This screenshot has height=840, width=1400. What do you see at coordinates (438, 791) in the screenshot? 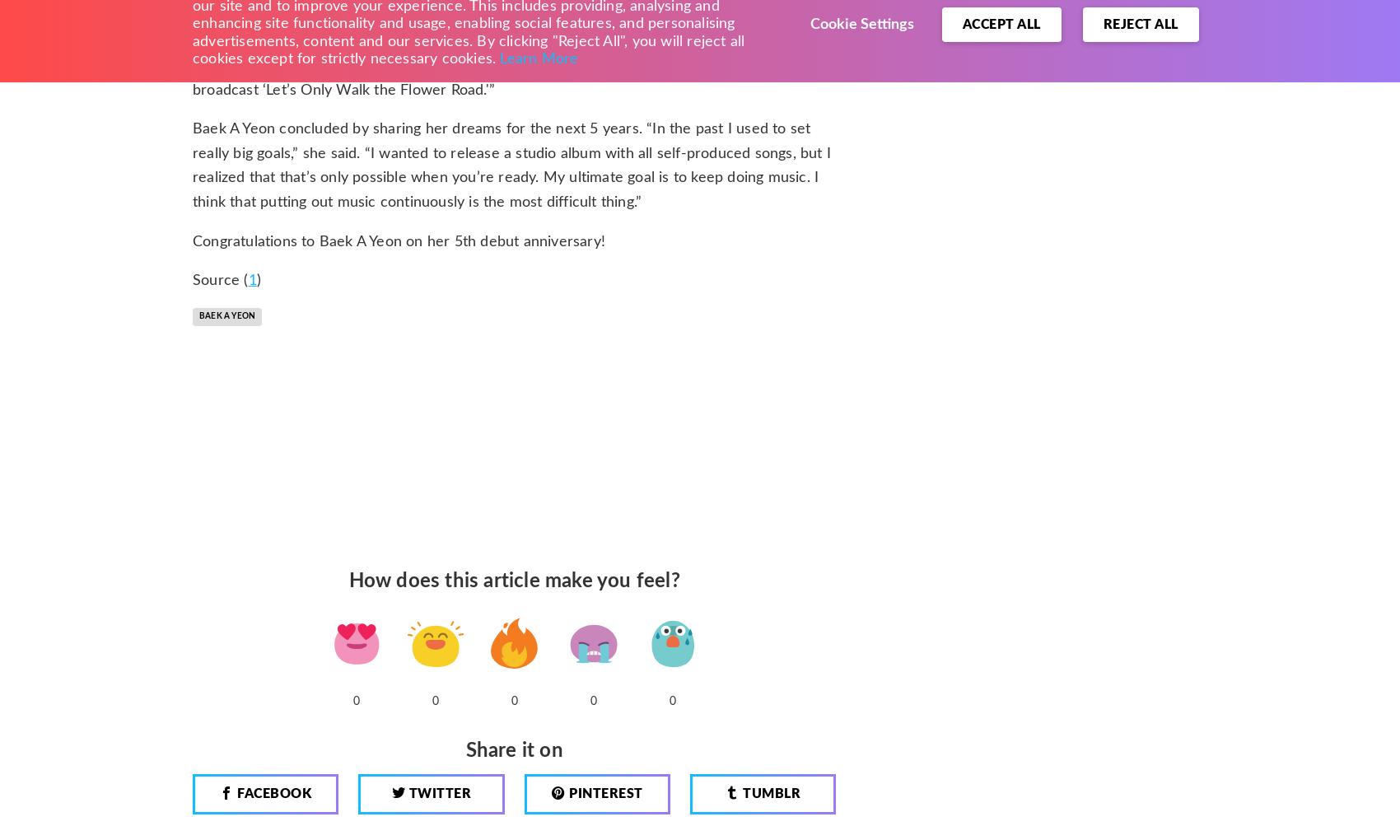
I see `'Twitter'` at bounding box center [438, 791].